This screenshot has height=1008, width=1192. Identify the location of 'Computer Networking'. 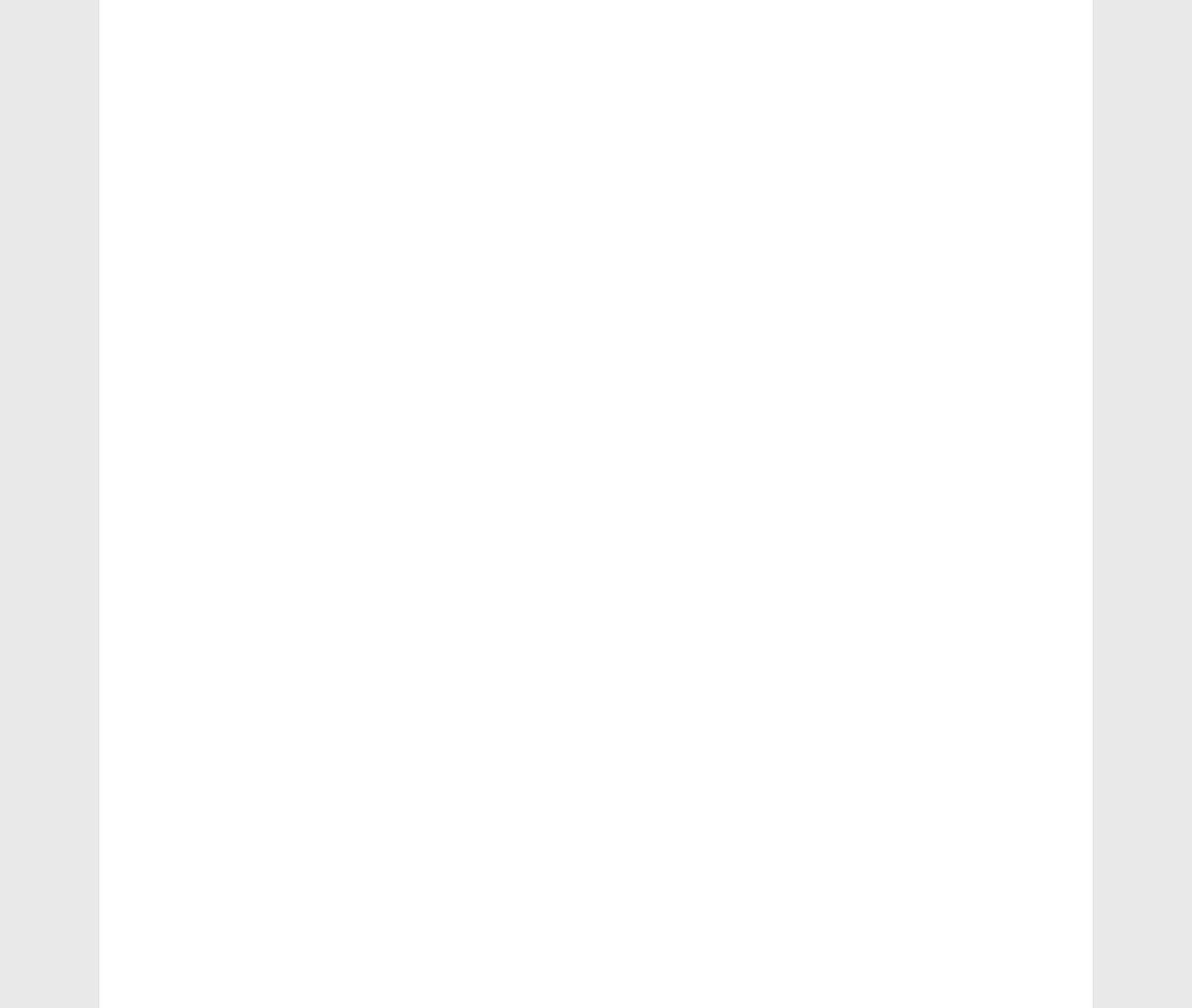
(216, 788).